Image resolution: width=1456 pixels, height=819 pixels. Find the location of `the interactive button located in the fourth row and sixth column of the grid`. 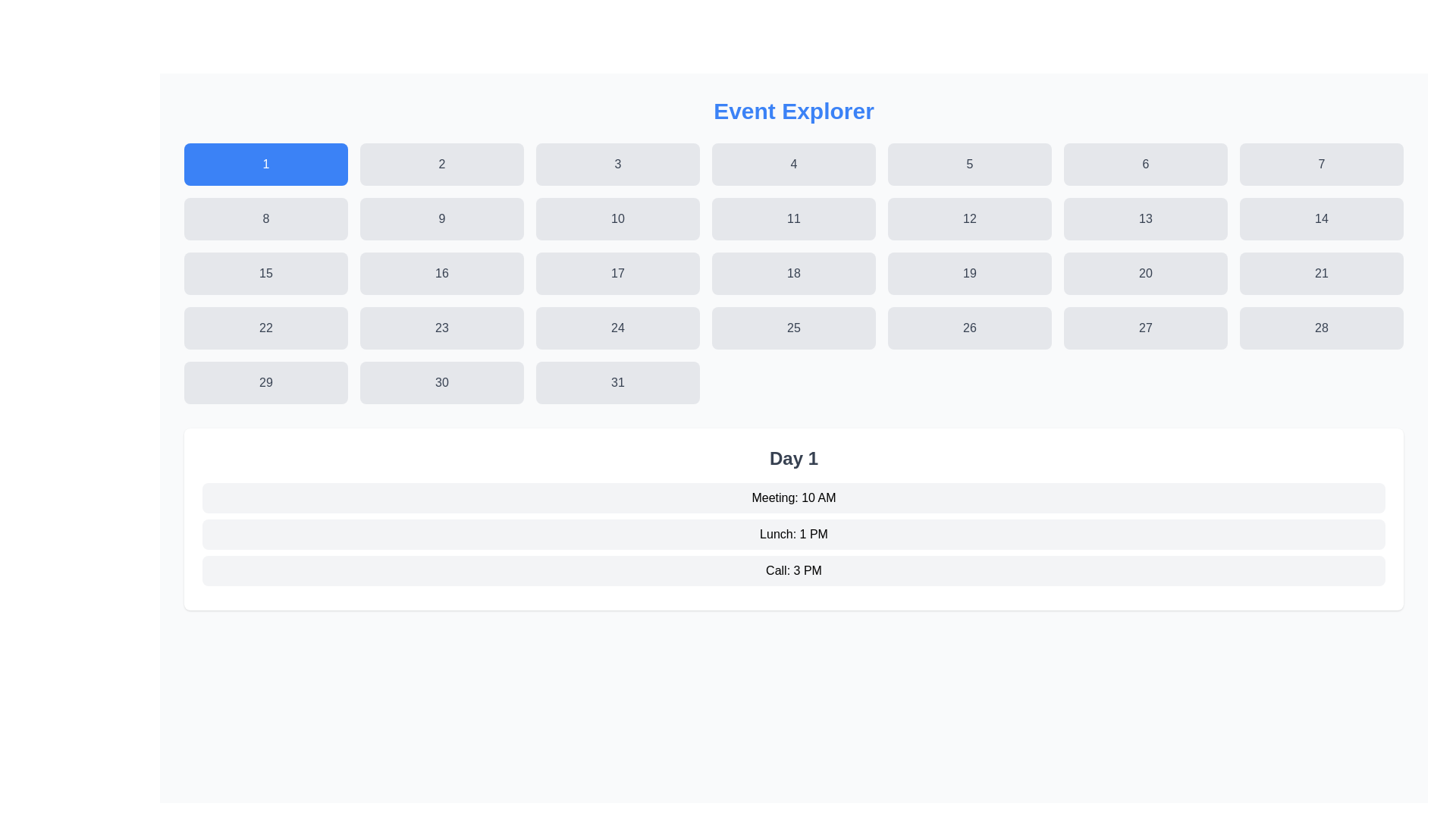

the interactive button located in the fourth row and sixth column of the grid is located at coordinates (1146, 274).